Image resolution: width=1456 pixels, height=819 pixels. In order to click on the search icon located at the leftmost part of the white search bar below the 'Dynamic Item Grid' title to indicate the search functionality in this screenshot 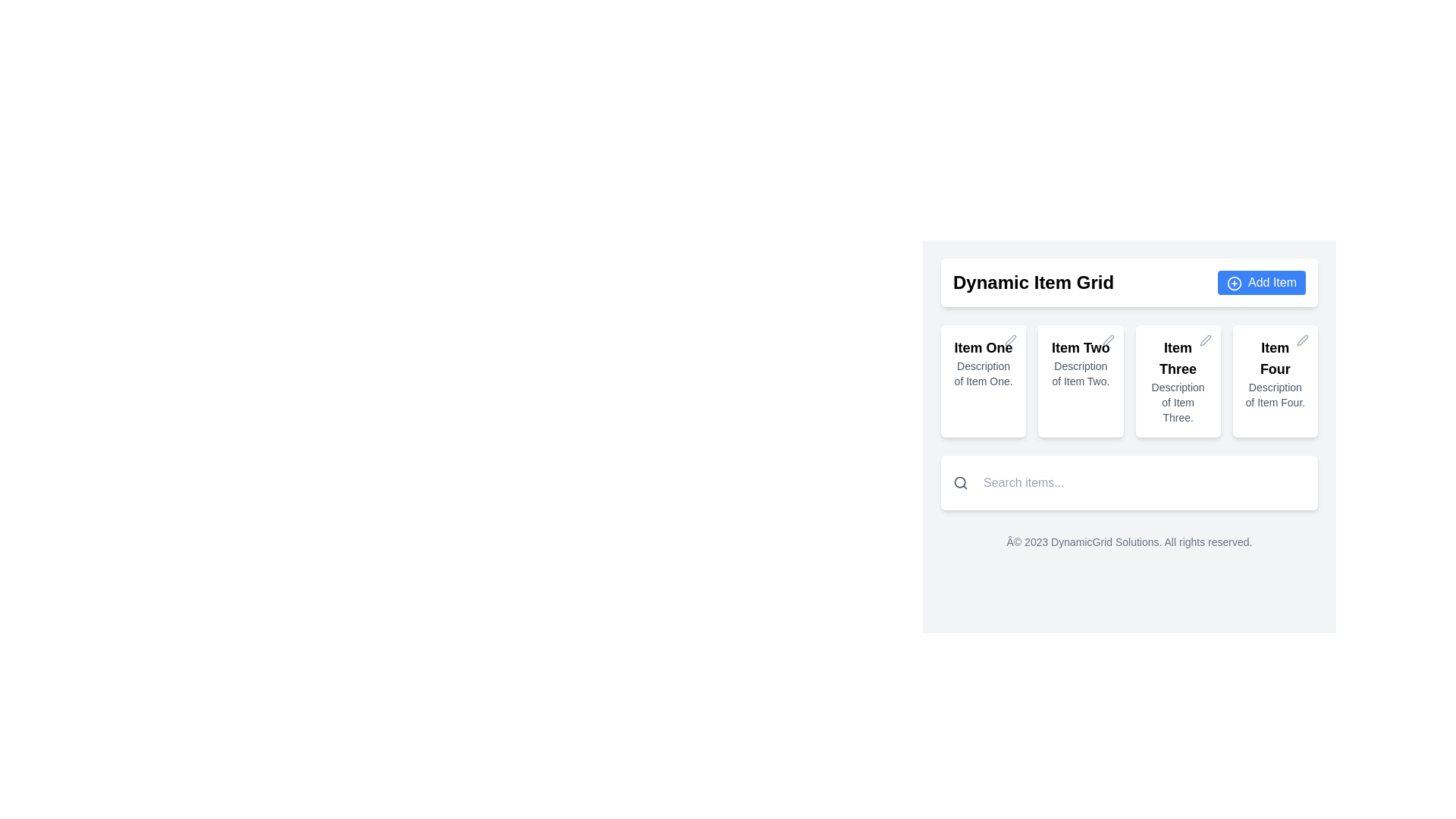, I will do `click(960, 482)`.